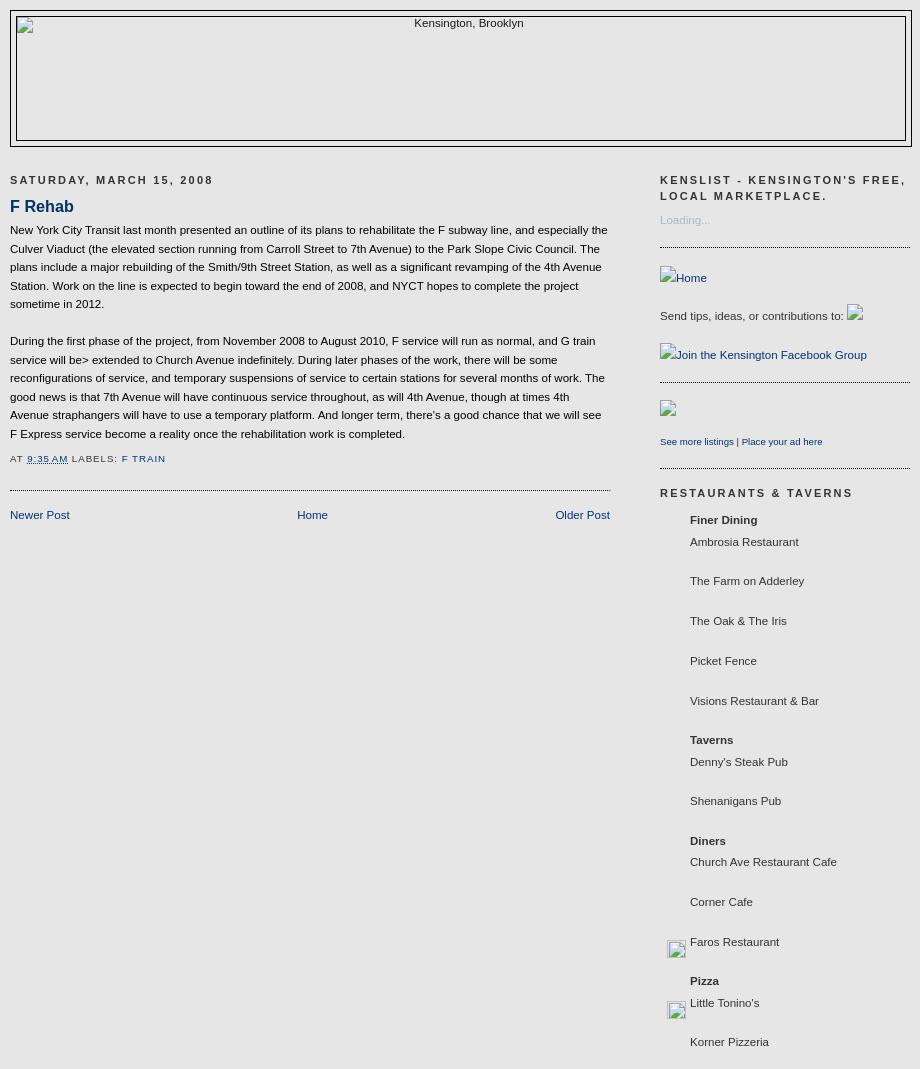  I want to click on 'Ambrosia Restaurant', so click(744, 541).